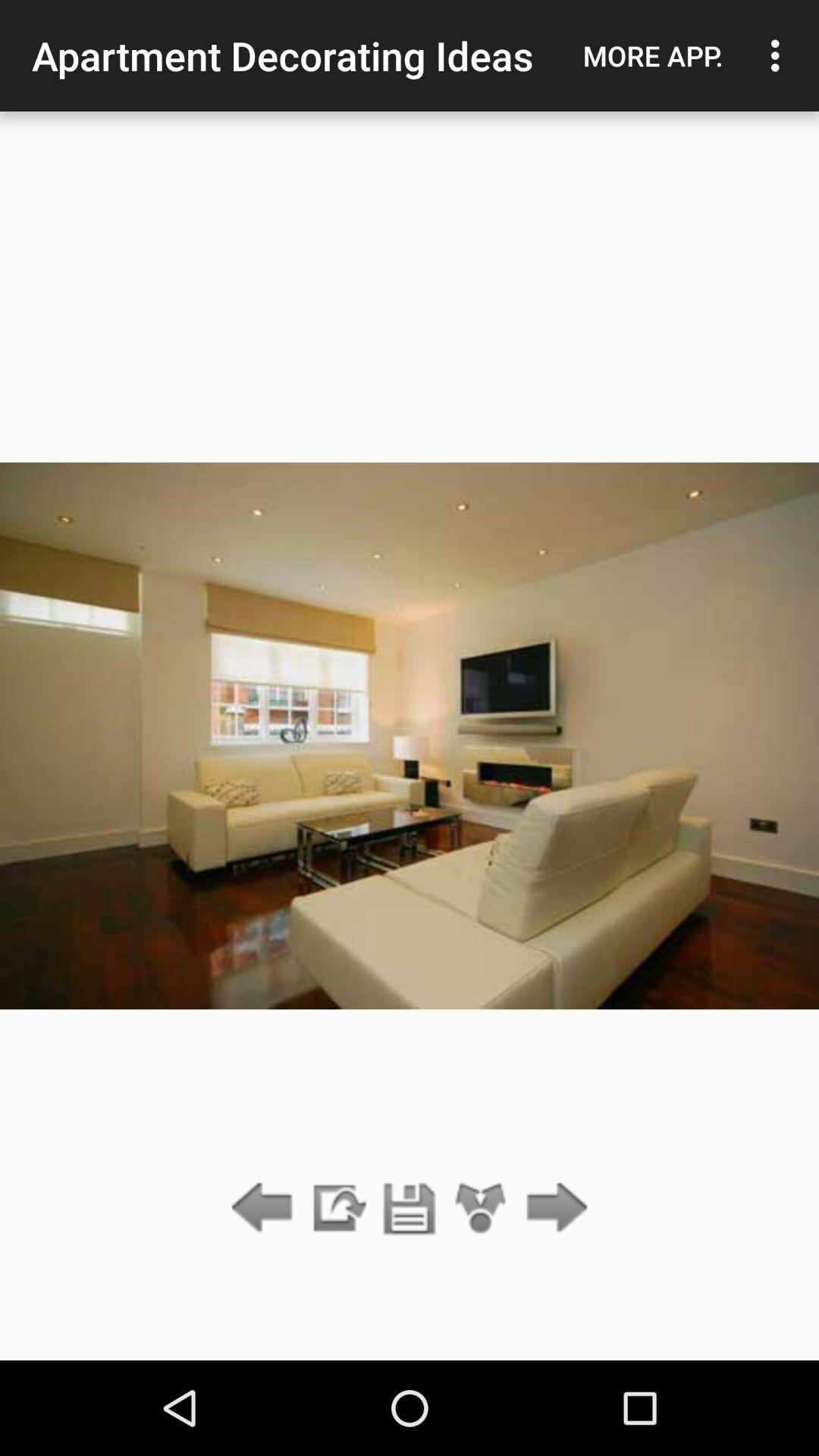 The image size is (819, 1456). I want to click on item to the right of apartment decorating ideas icon, so click(652, 55).